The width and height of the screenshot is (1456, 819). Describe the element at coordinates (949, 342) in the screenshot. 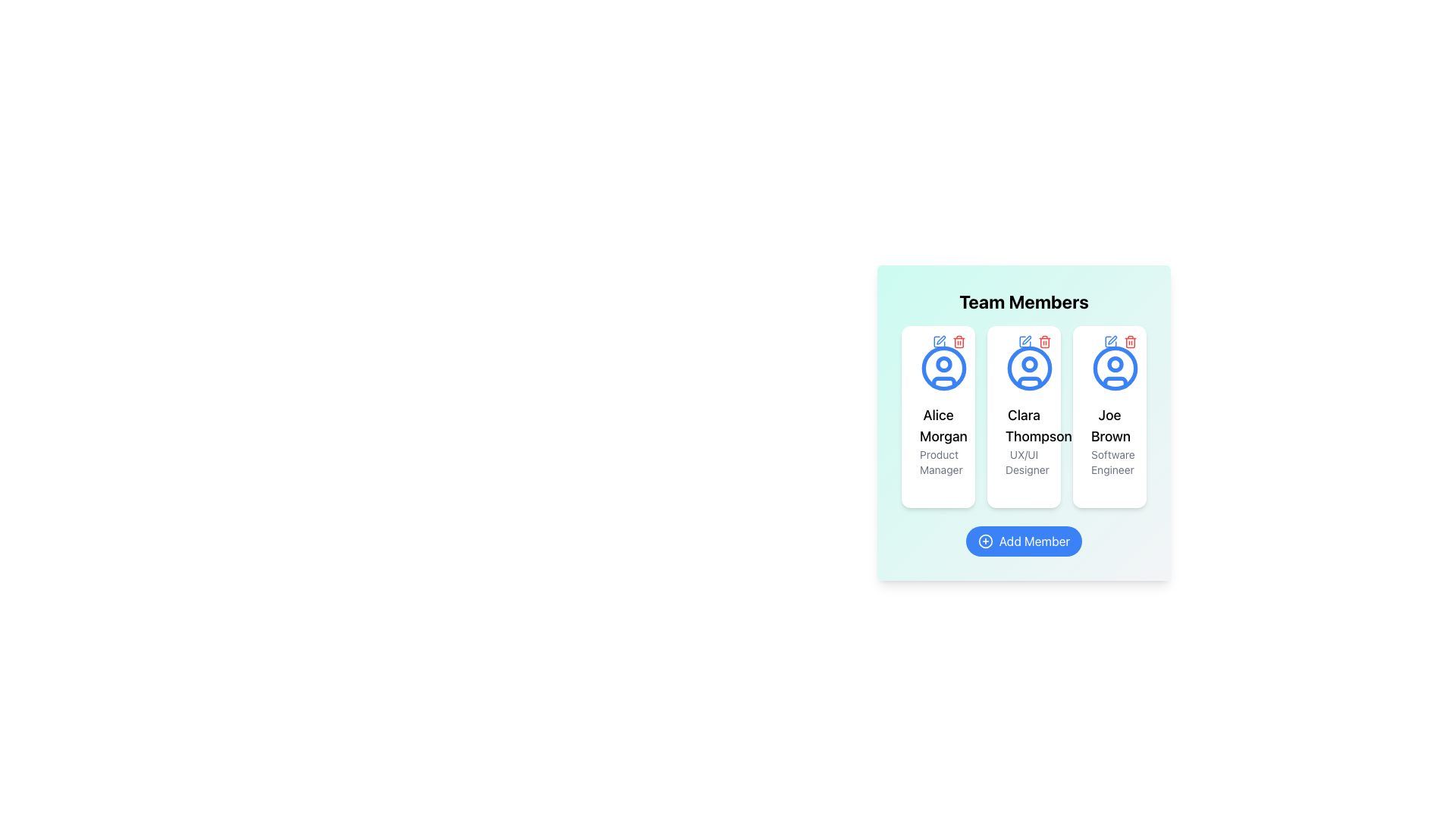

I see `the button group at the upper-right corner of Alice Morgan's profile card` at that location.